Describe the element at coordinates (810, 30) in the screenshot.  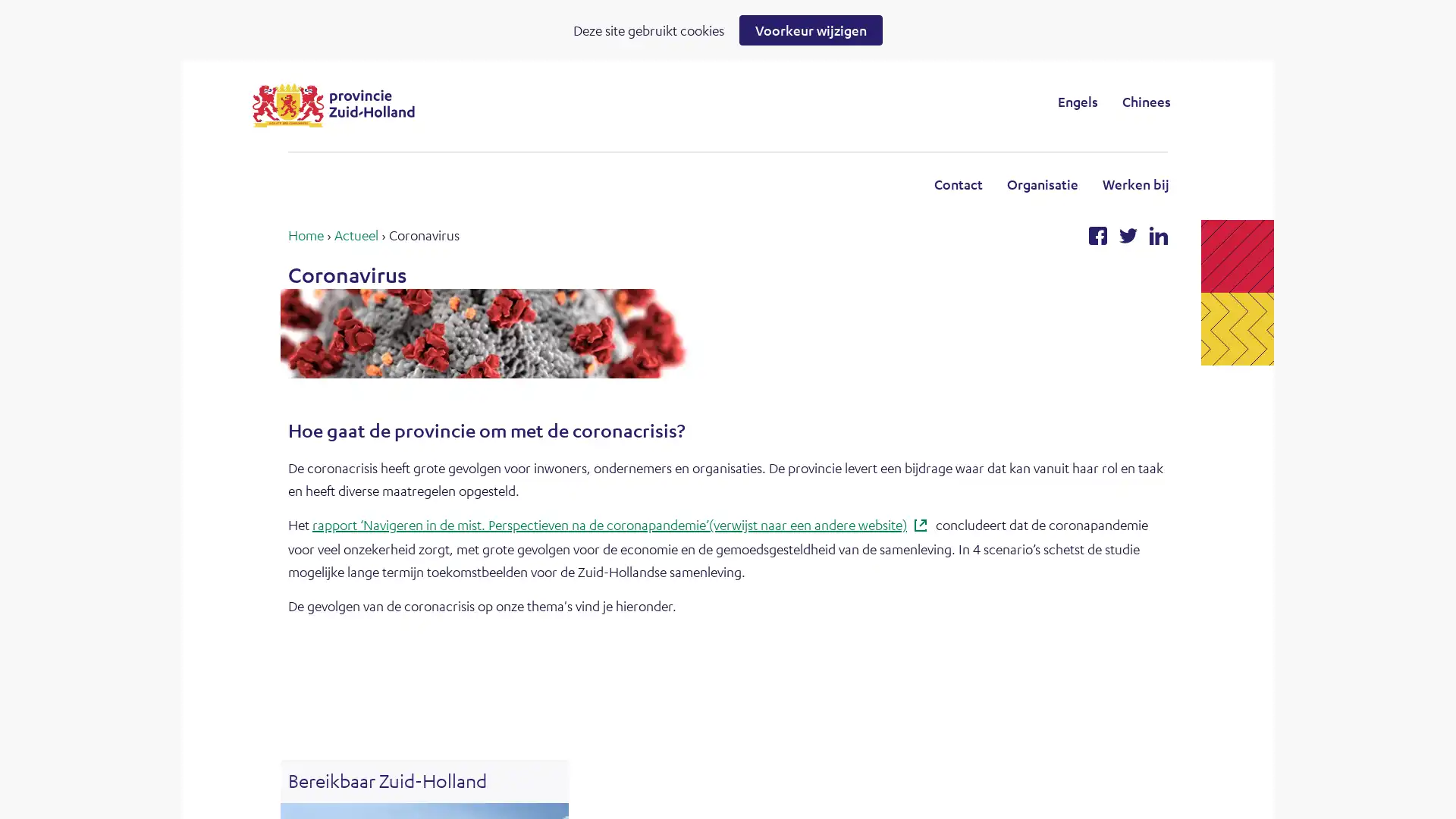
I see `Voorkeur wijzigen` at that location.